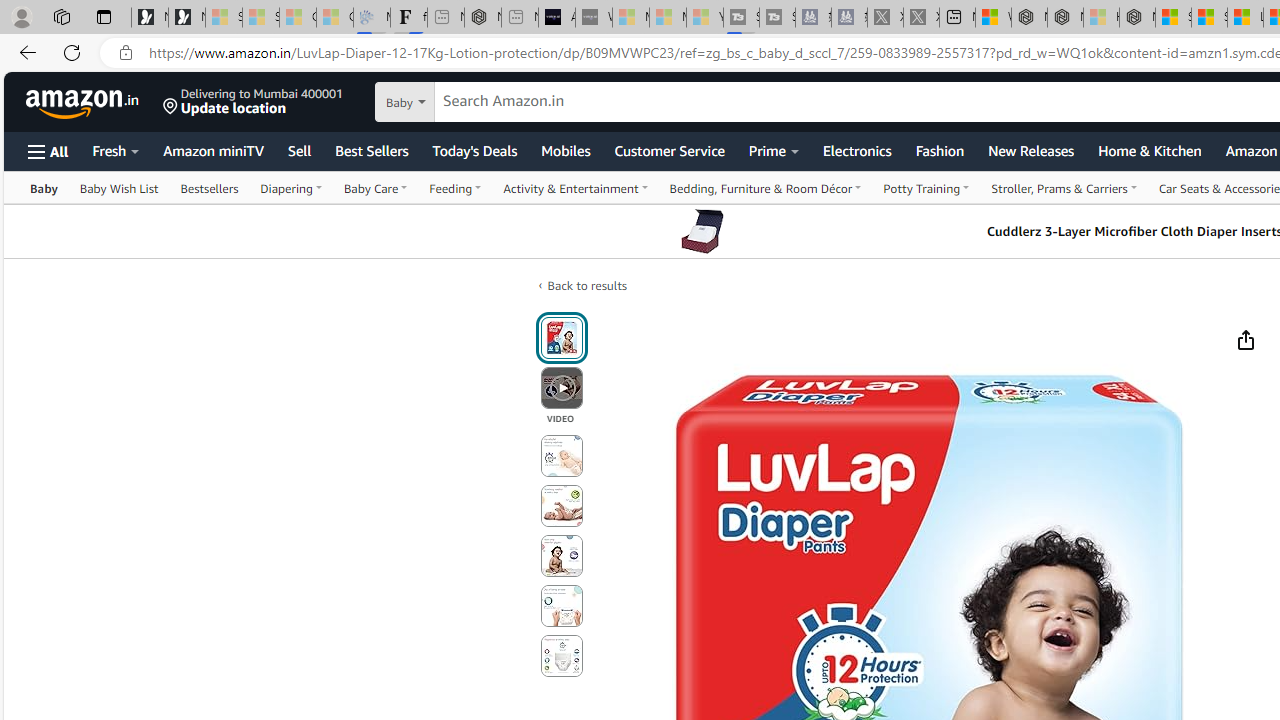 The width and height of the screenshot is (1280, 720). I want to click on 'Nordace - #1 Japanese Best-Seller - Siena Smart Backpack', so click(482, 17).